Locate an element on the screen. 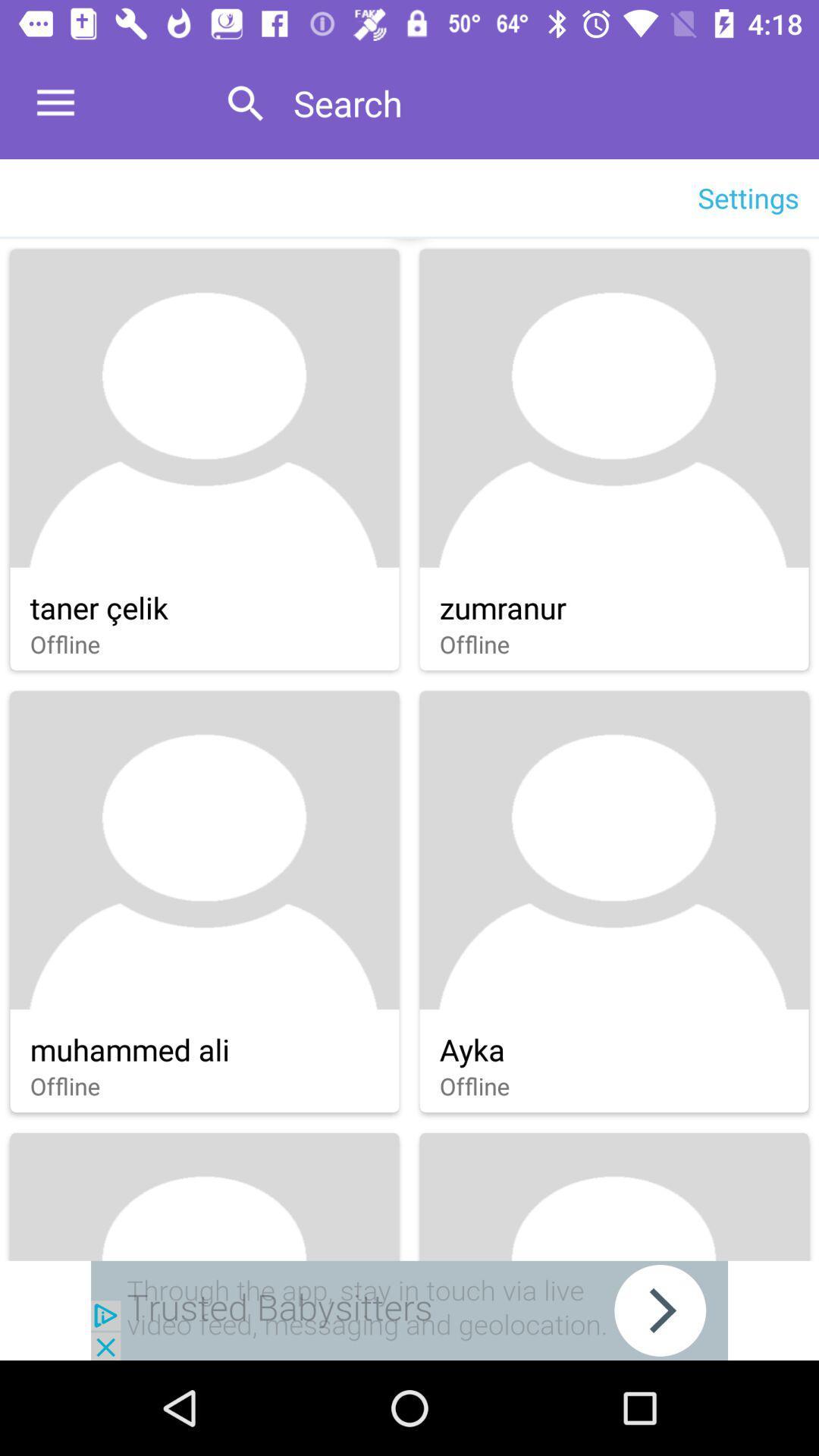 This screenshot has height=1456, width=819. search bar is located at coordinates (539, 102).